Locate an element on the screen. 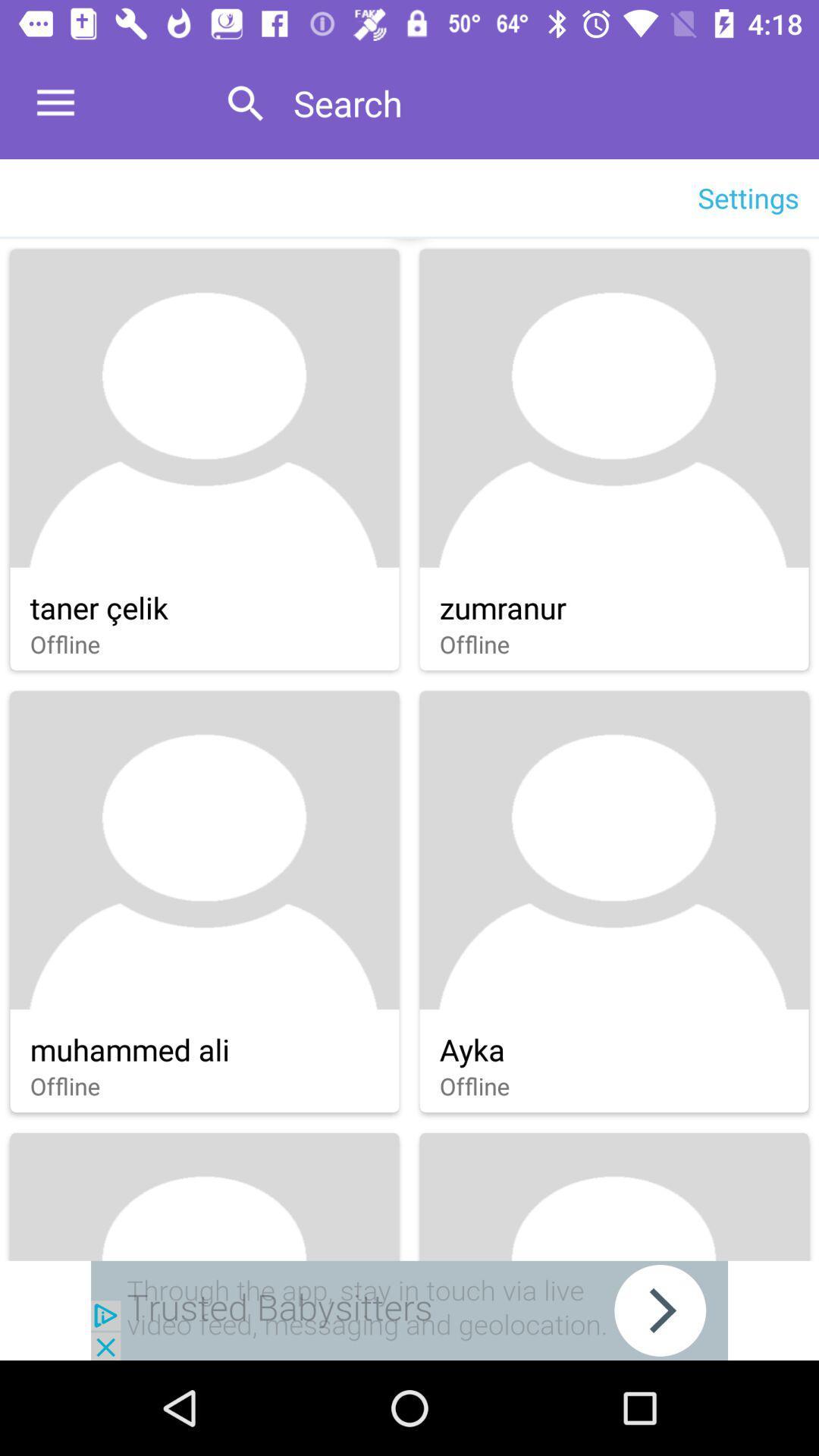 This screenshot has height=1456, width=819. search bar is located at coordinates (539, 102).